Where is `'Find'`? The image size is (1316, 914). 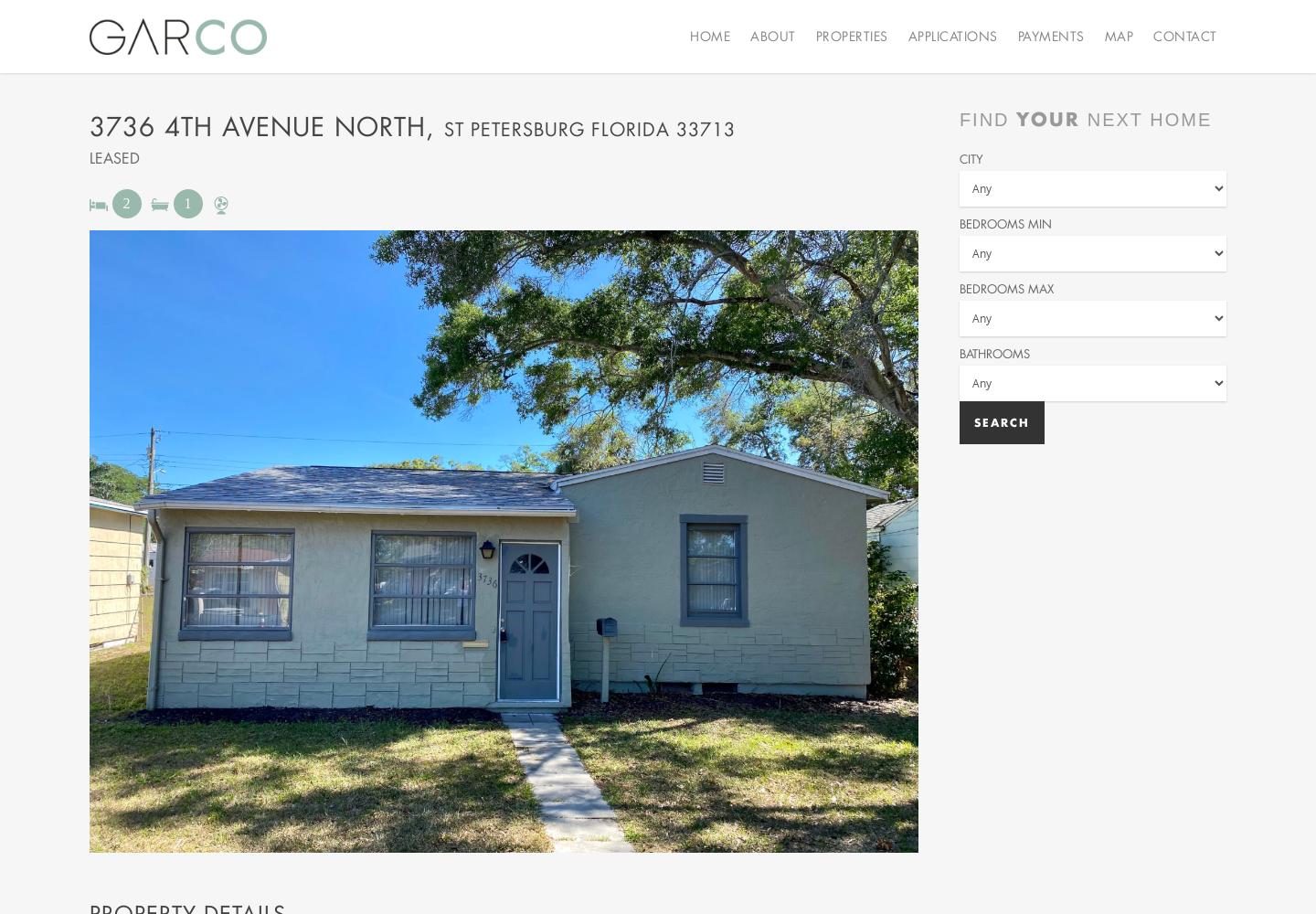 'Find' is located at coordinates (987, 120).